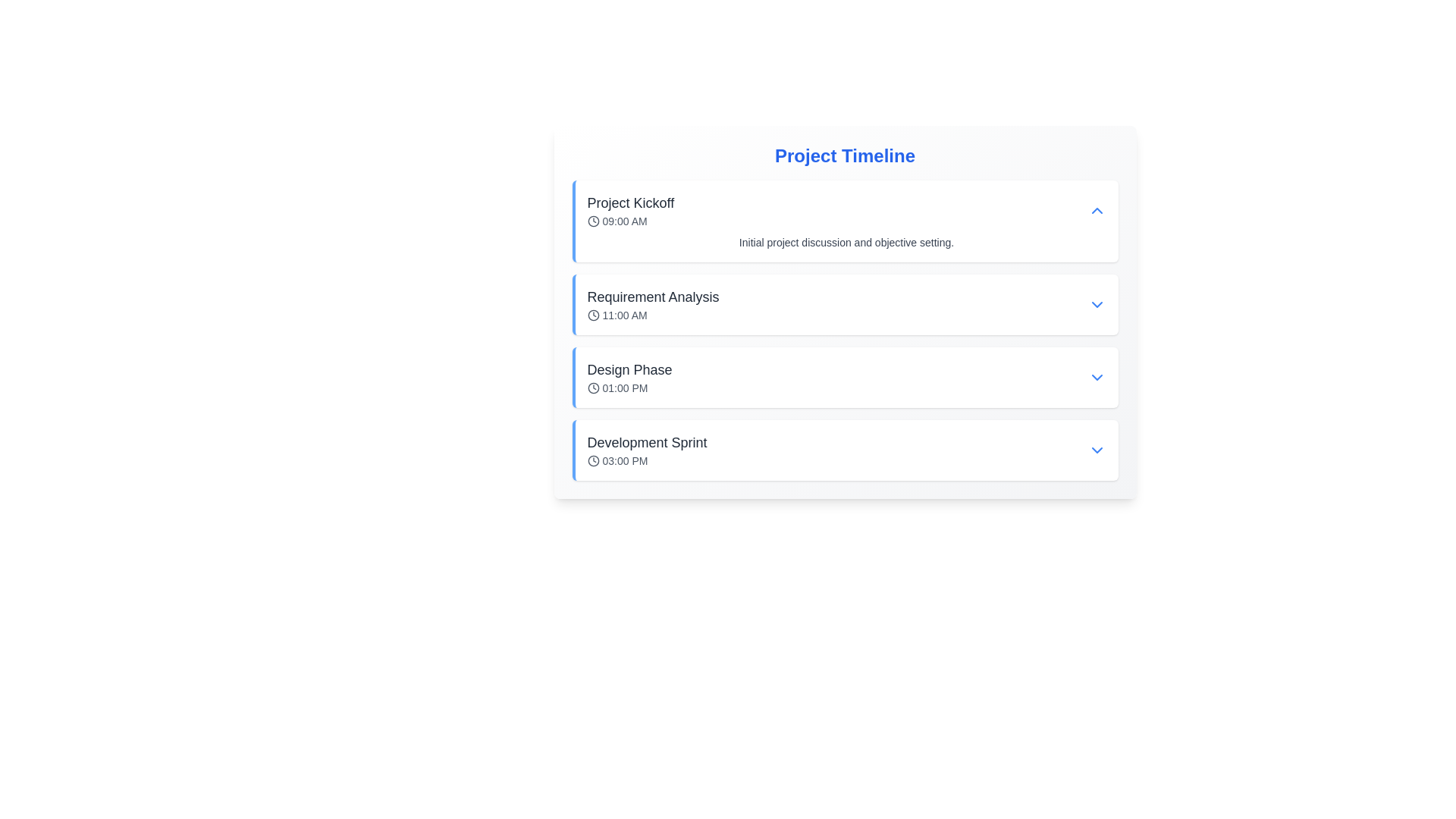  I want to click on the time indicator text label for the 'Project Kickoff' event, which is located at the end of the 'Project Kickoff' card in the 'Project Timeline' section, adjacent to the clock icon, so click(630, 221).